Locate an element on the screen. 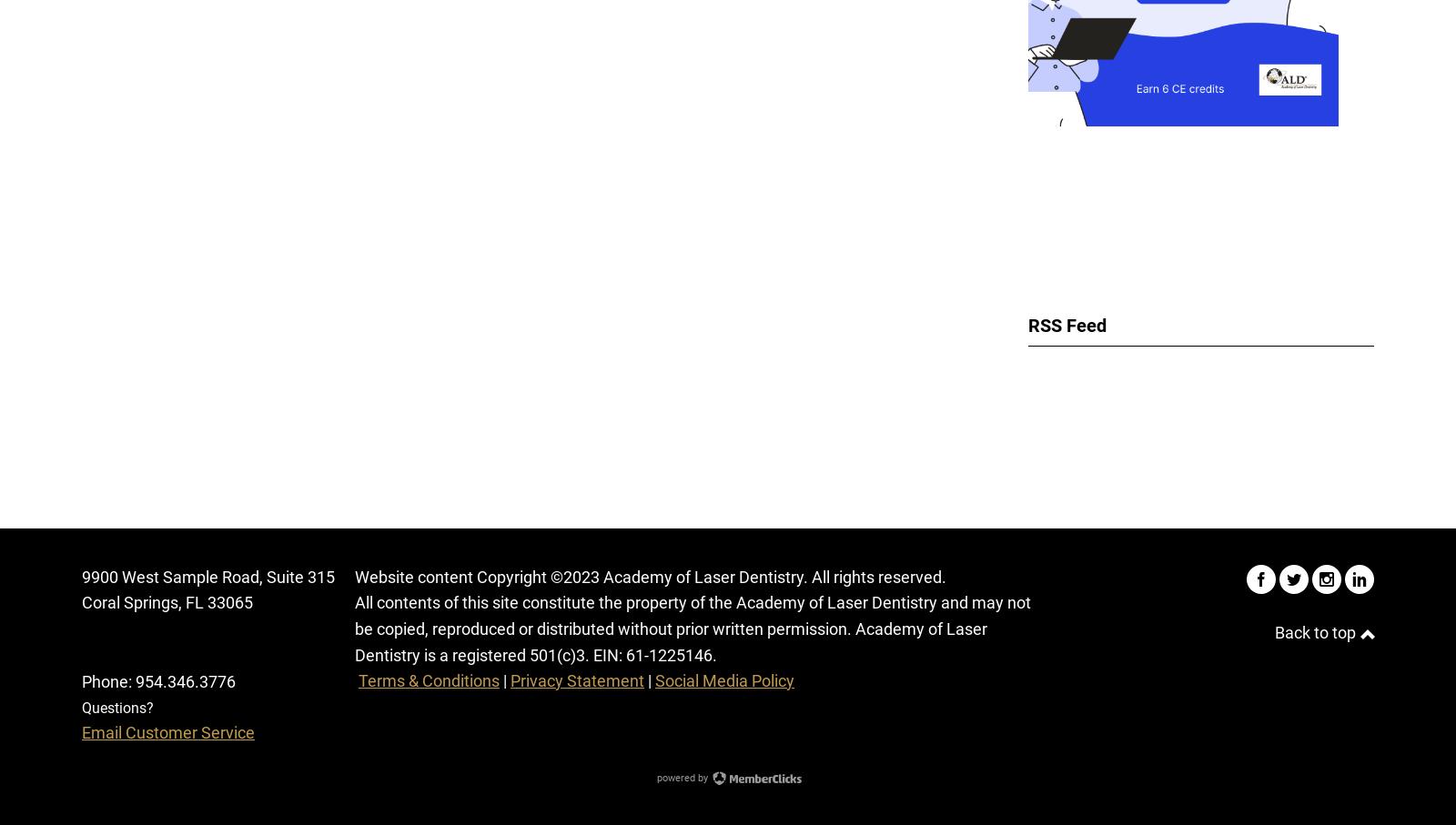 The width and height of the screenshot is (1456, 825). 'Social Media Policy' is located at coordinates (724, 679).